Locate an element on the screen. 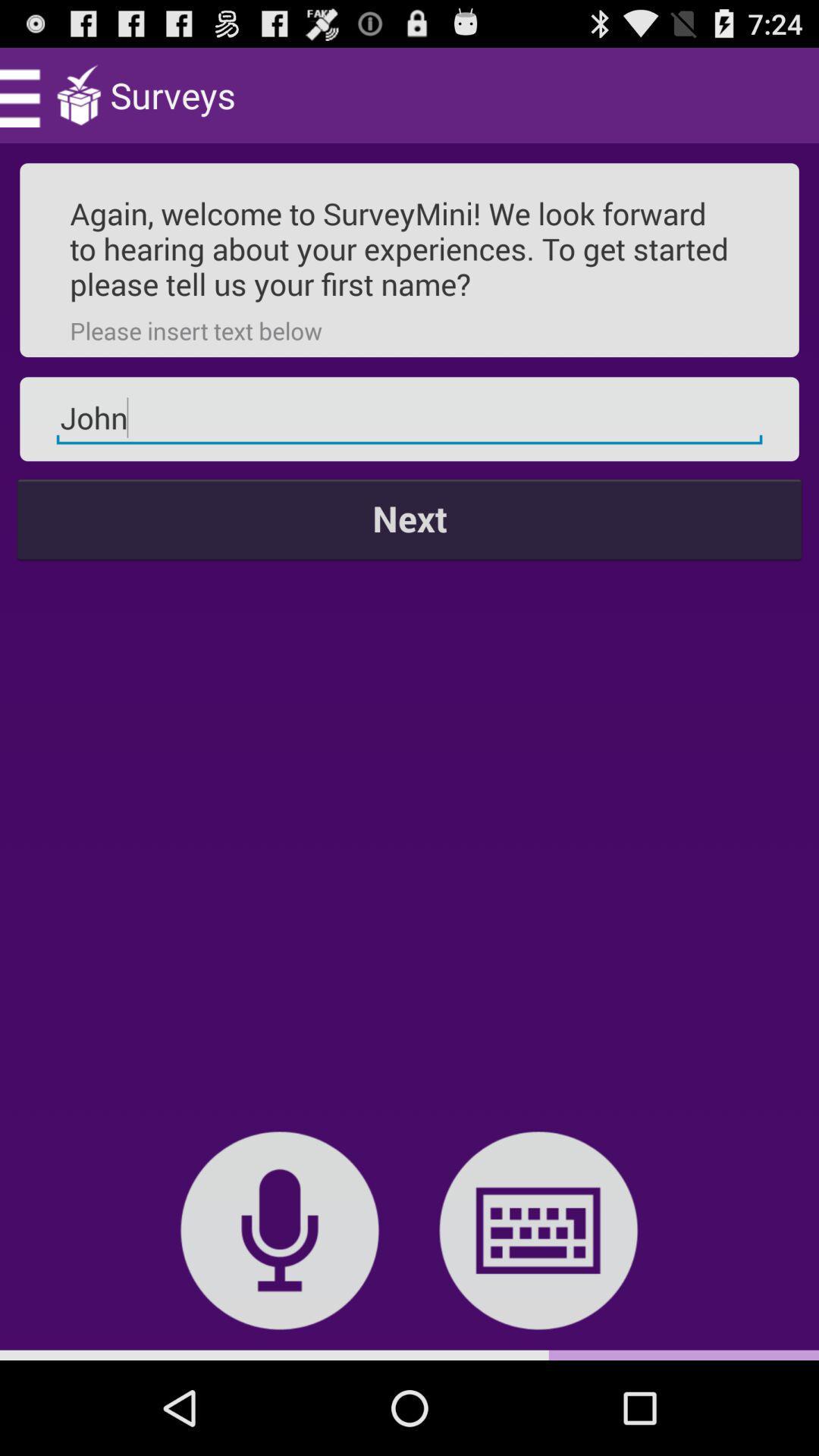  the john item is located at coordinates (409, 419).